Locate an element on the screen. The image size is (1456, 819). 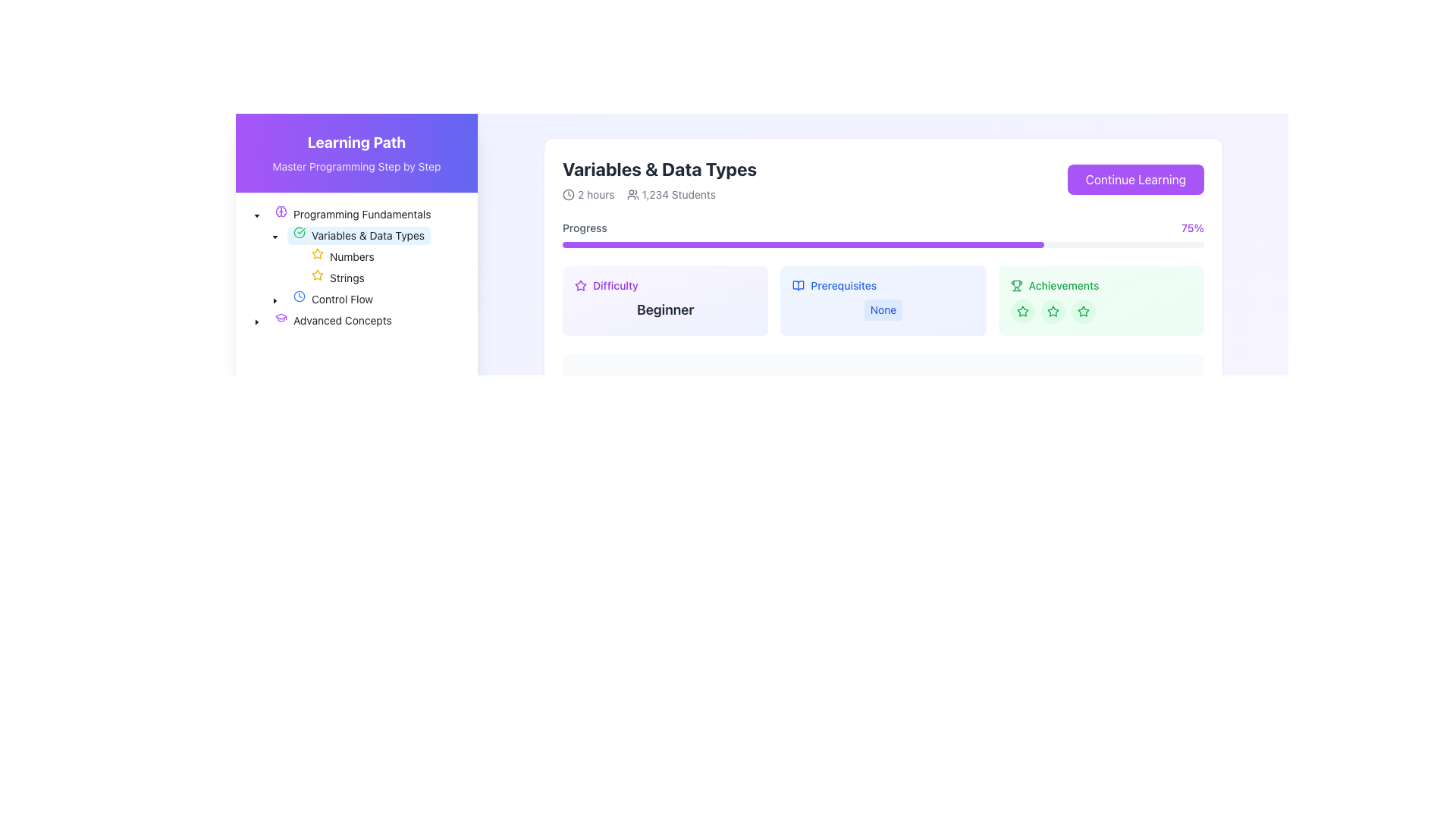
on the tree node labeled 'Variables & Data Types' with a green checkmark is located at coordinates (358, 236).